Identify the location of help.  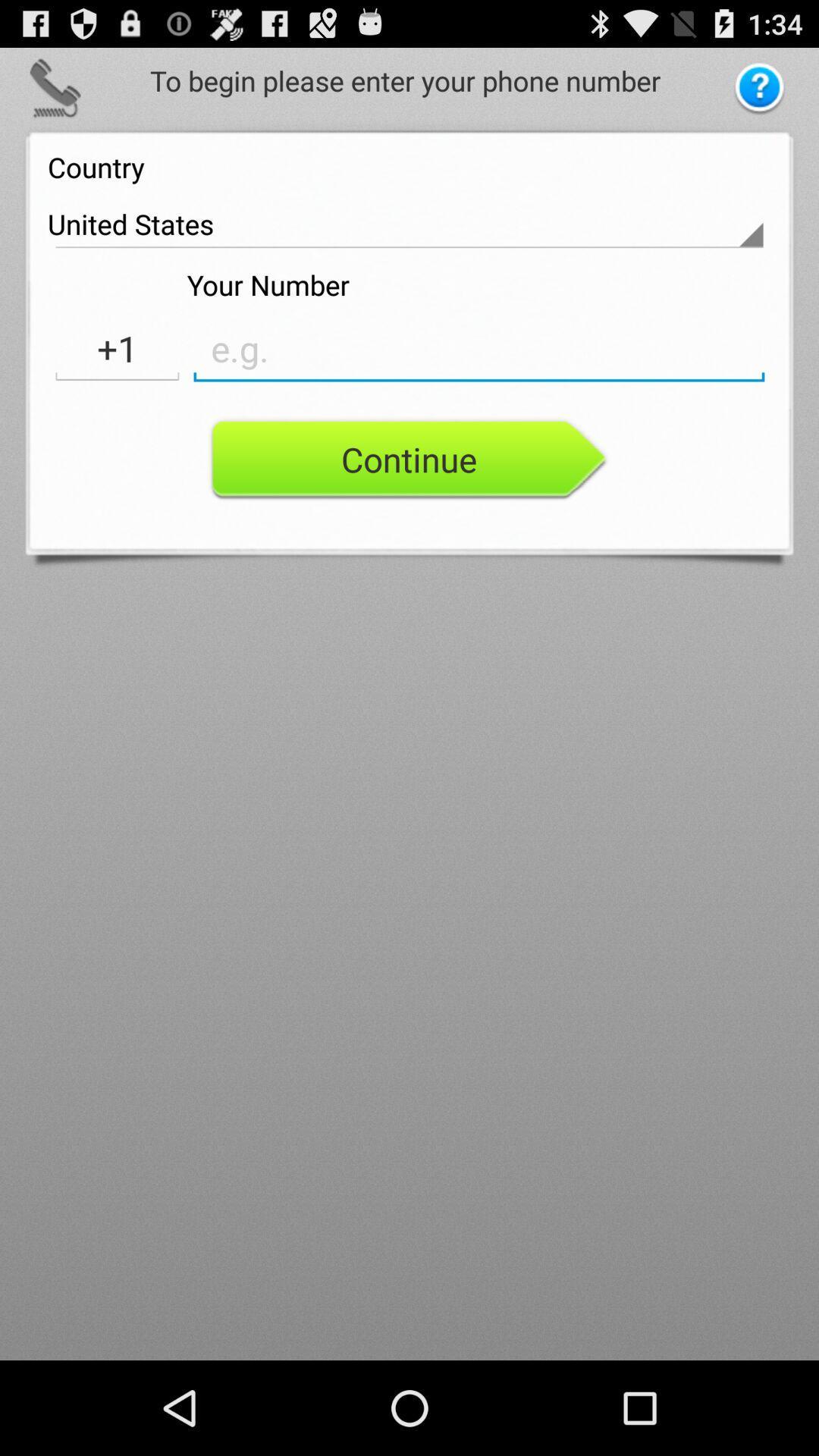
(759, 88).